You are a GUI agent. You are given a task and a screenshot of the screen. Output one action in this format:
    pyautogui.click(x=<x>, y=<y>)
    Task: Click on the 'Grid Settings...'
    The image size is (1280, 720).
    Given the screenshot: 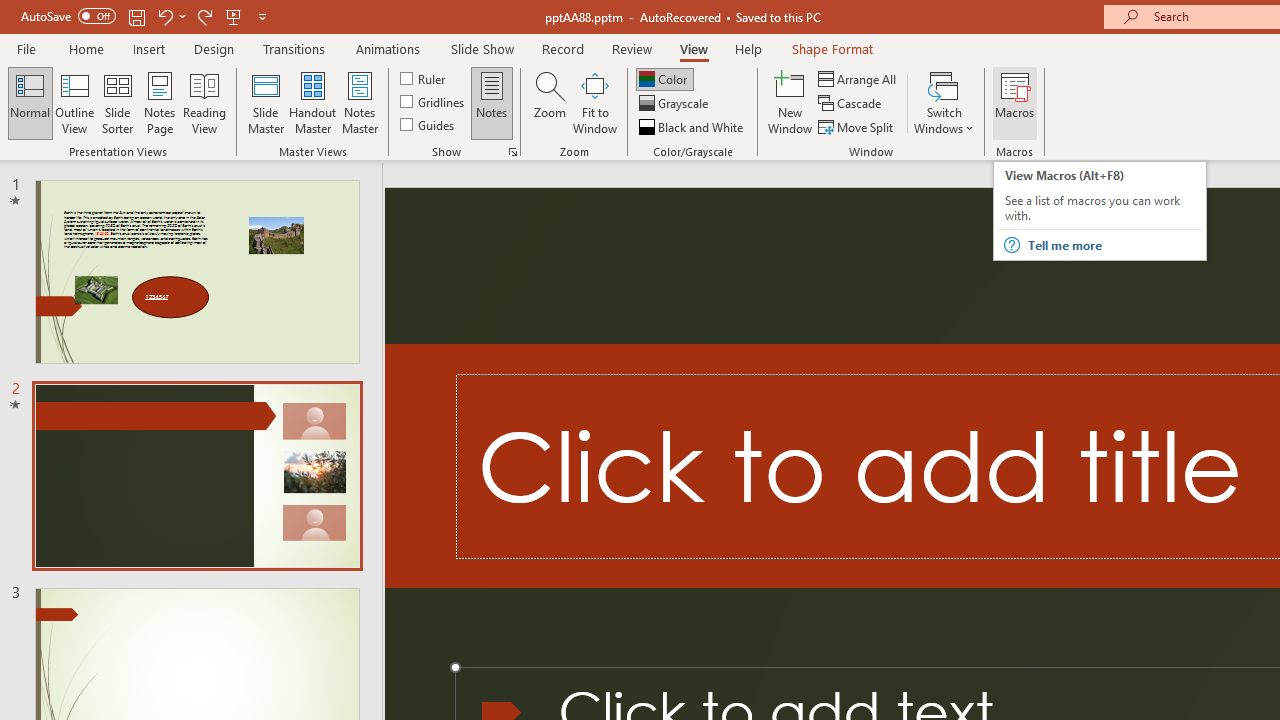 What is the action you would take?
    pyautogui.click(x=513, y=150)
    